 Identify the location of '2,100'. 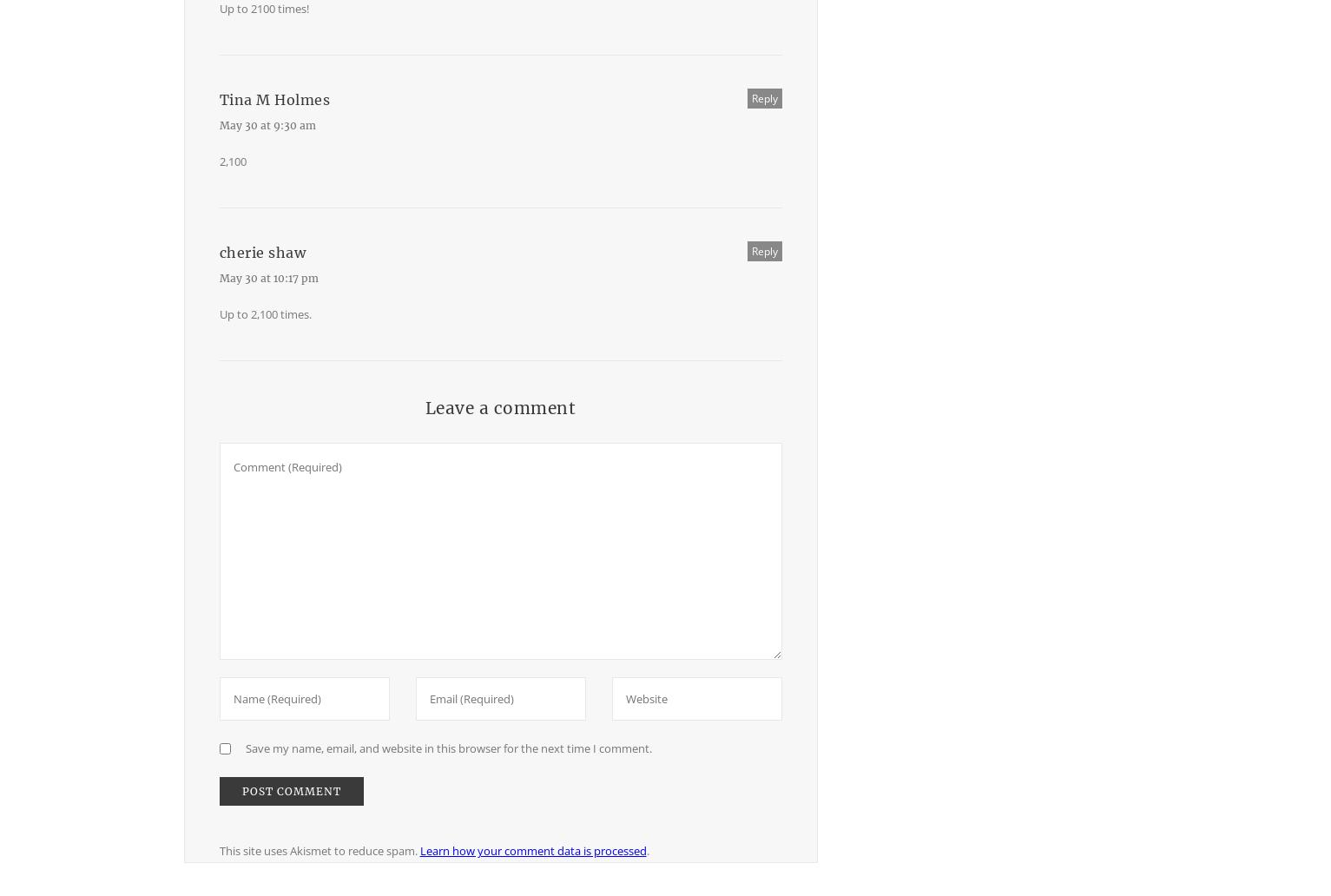
(232, 160).